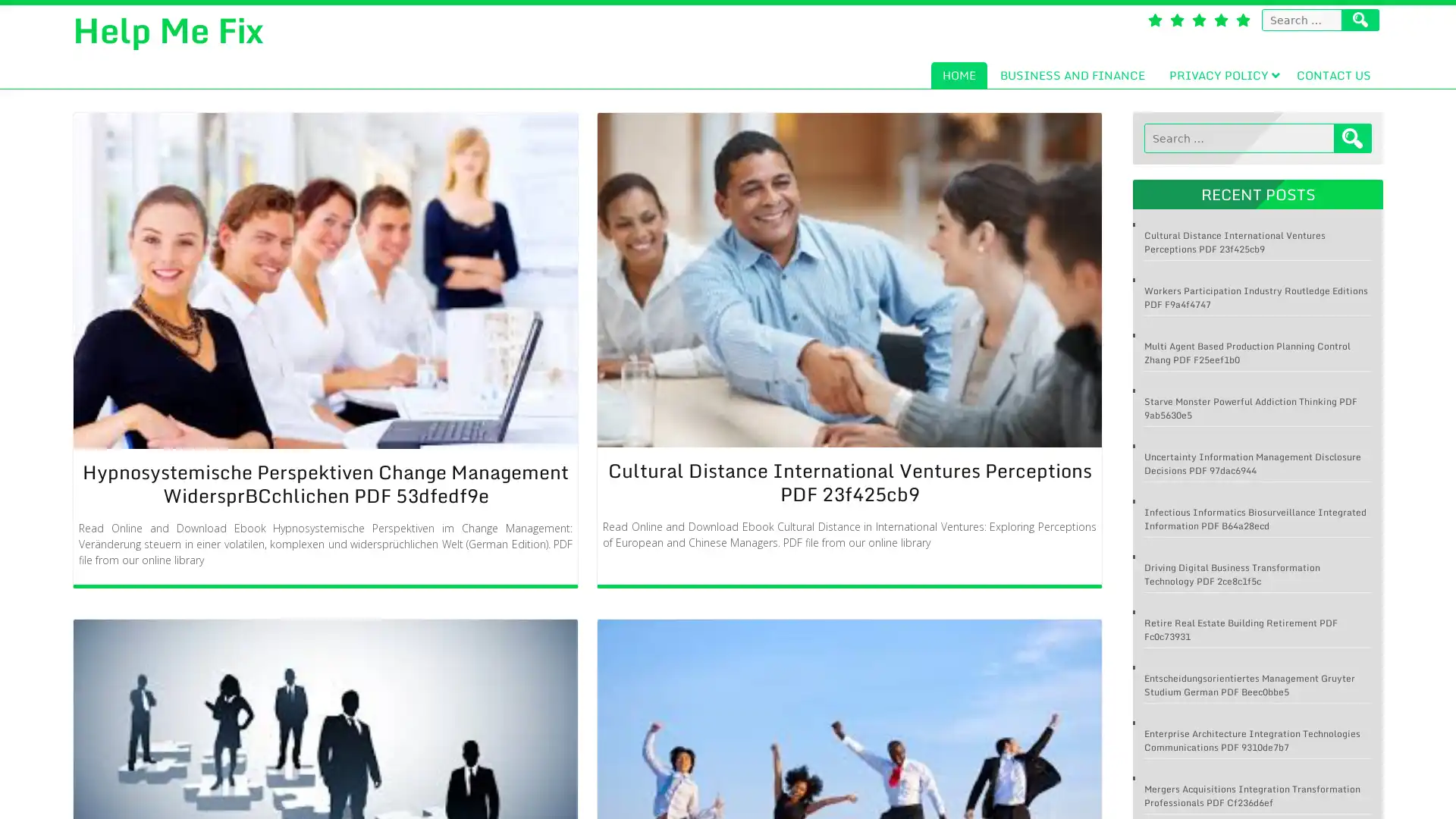 Image resolution: width=1456 pixels, height=819 pixels. Describe the element at coordinates (1353, 138) in the screenshot. I see `Search` at that location.